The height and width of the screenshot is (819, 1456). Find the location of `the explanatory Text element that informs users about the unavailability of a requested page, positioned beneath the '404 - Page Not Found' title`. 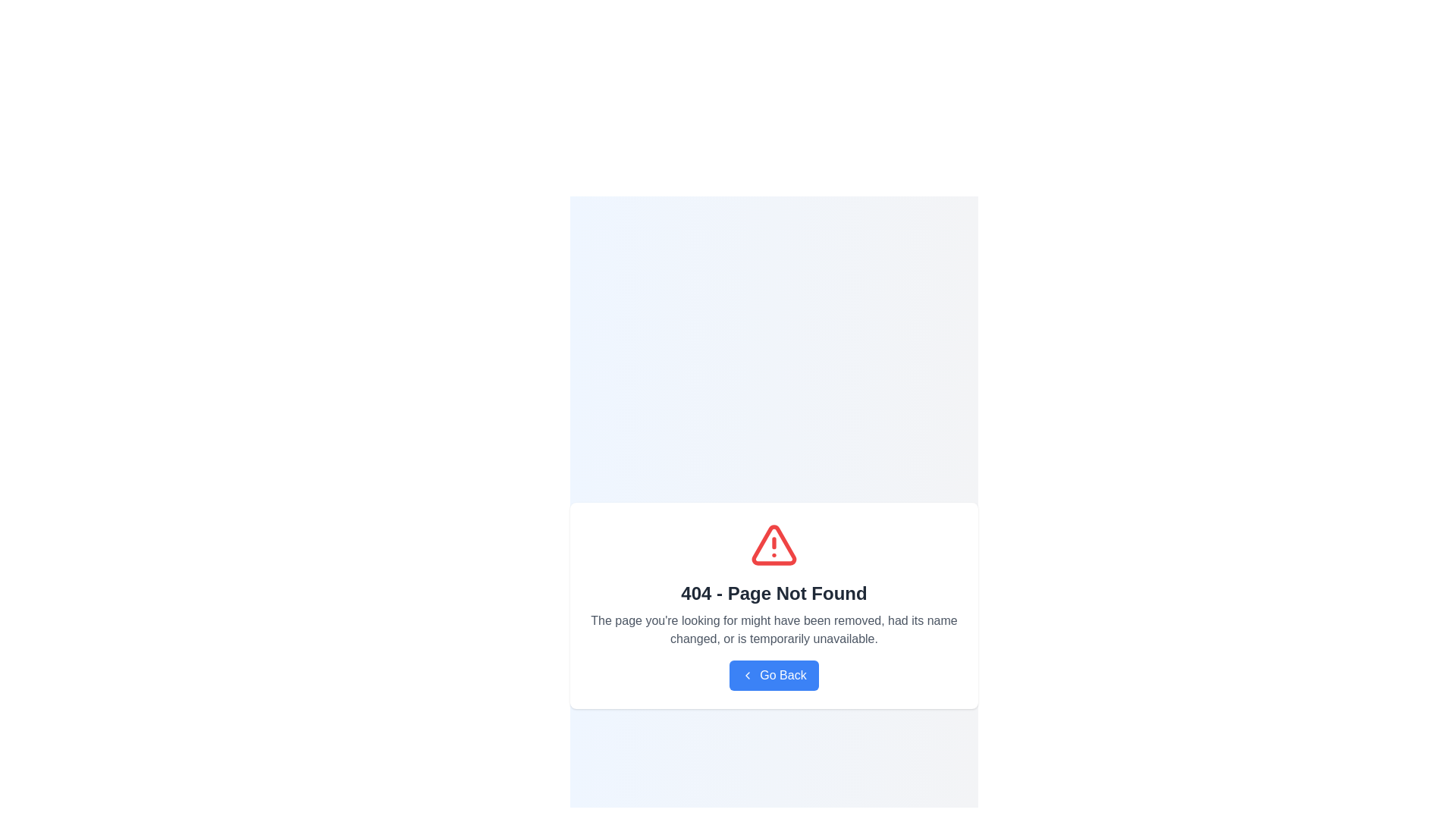

the explanatory Text element that informs users about the unavailability of a requested page, positioned beneath the '404 - Page Not Found' title is located at coordinates (774, 629).